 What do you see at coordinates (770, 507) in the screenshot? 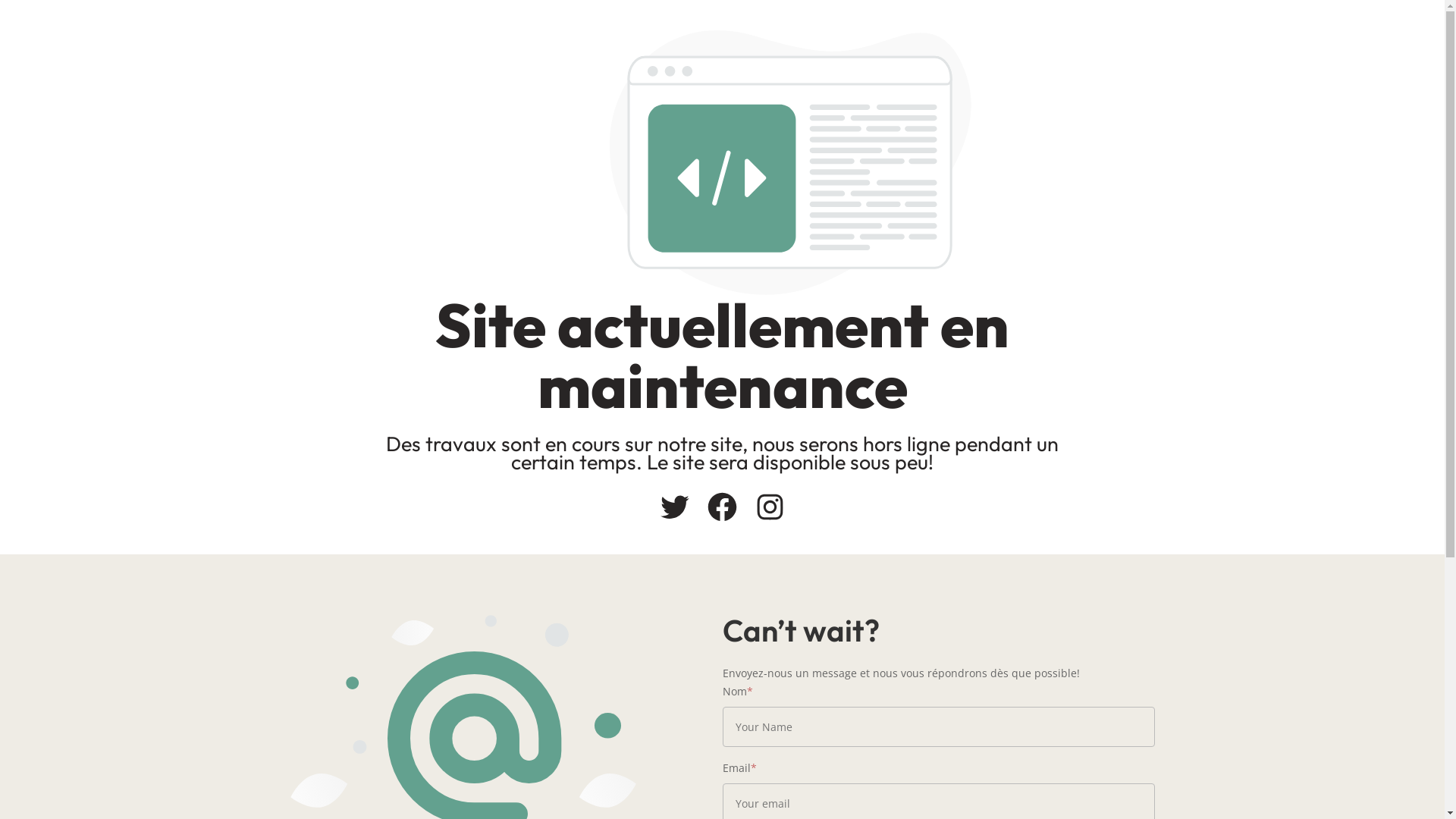
I see `'Instagram'` at bounding box center [770, 507].